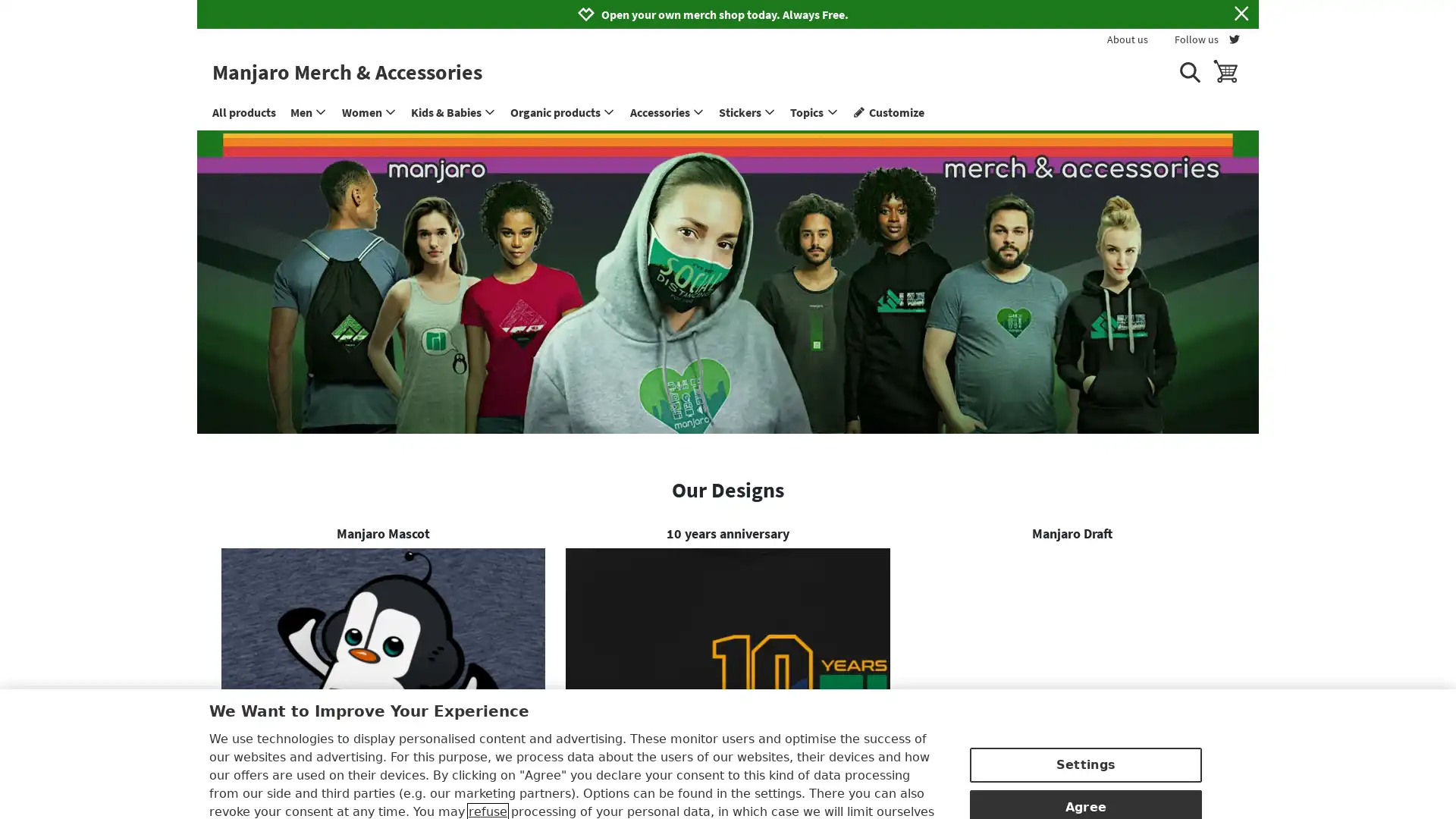 This screenshot has width=1456, height=819. Describe the element at coordinates (1188, 71) in the screenshot. I see `show search` at that location.